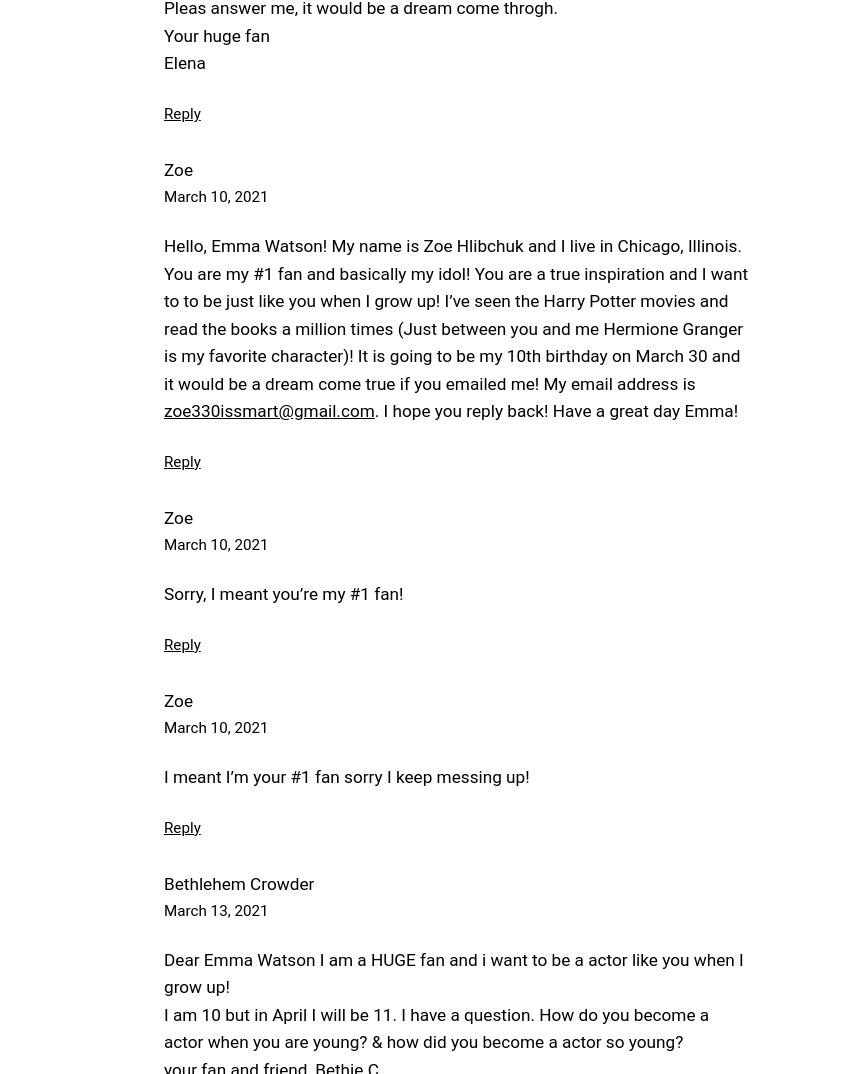  What do you see at coordinates (216, 34) in the screenshot?
I see `'Your huge fan'` at bounding box center [216, 34].